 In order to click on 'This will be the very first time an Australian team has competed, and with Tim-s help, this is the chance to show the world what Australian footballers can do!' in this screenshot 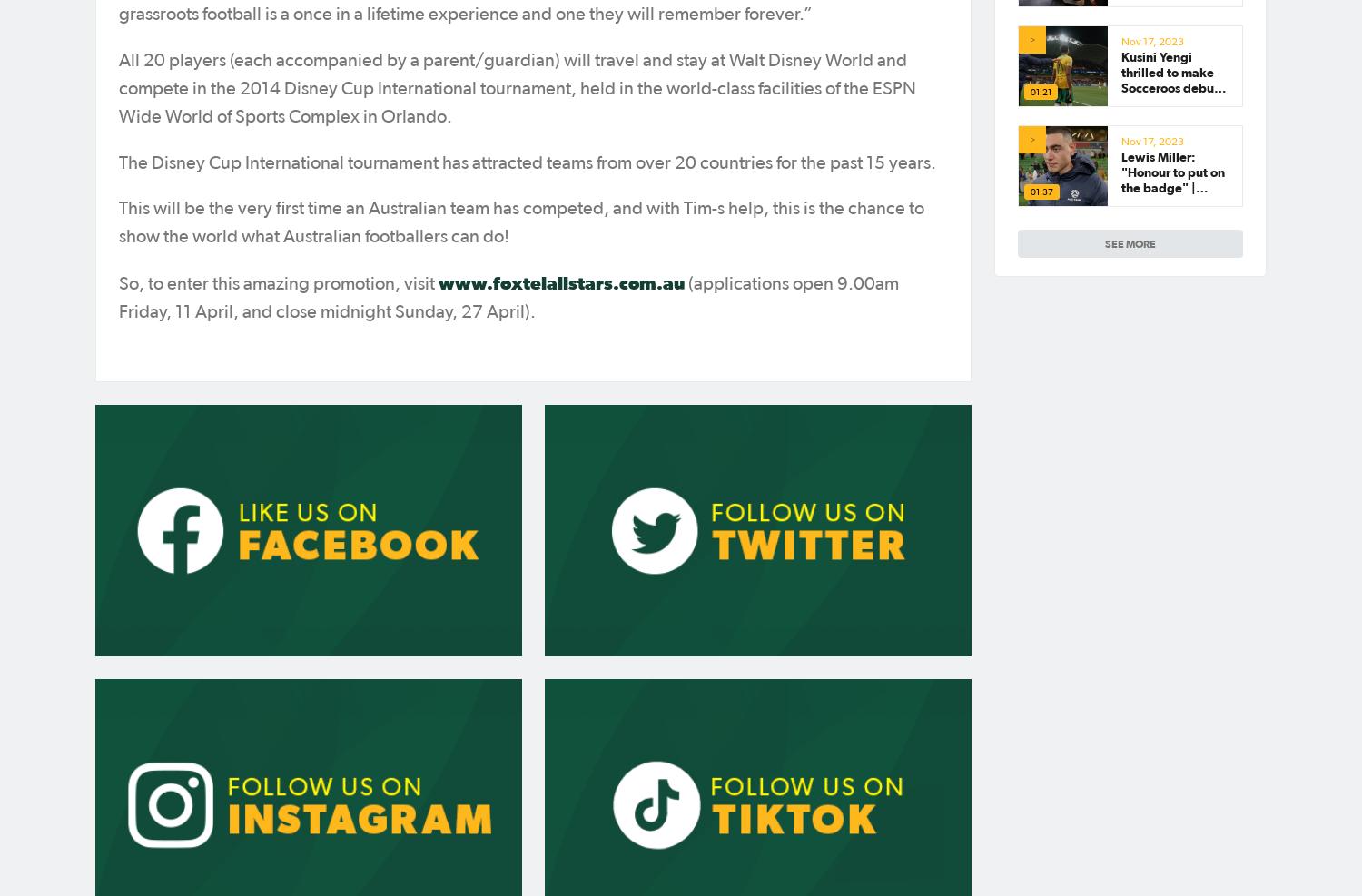, I will do `click(520, 222)`.